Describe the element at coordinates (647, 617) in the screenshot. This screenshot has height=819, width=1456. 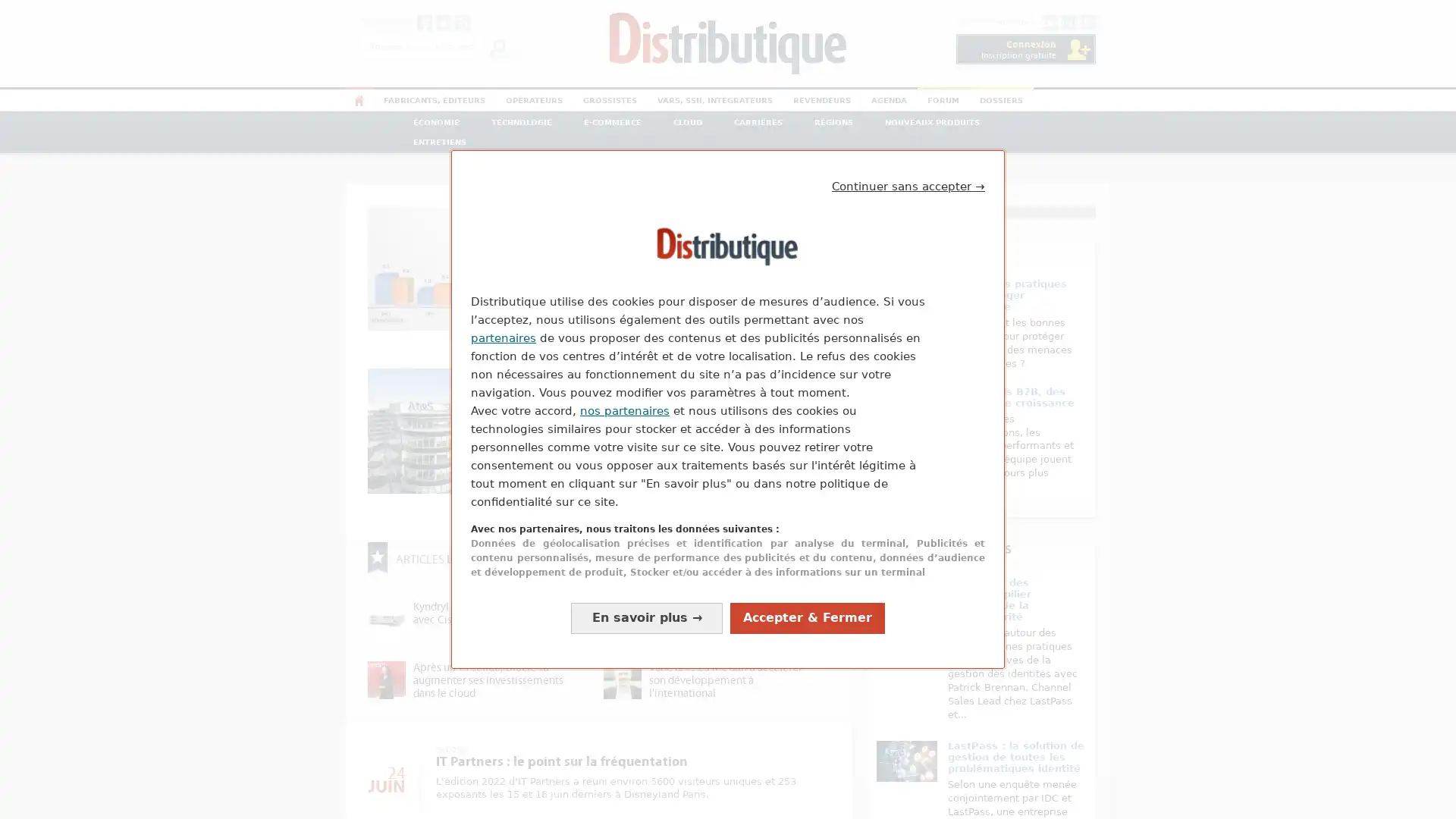
I see `Configurer vos consentements` at that location.